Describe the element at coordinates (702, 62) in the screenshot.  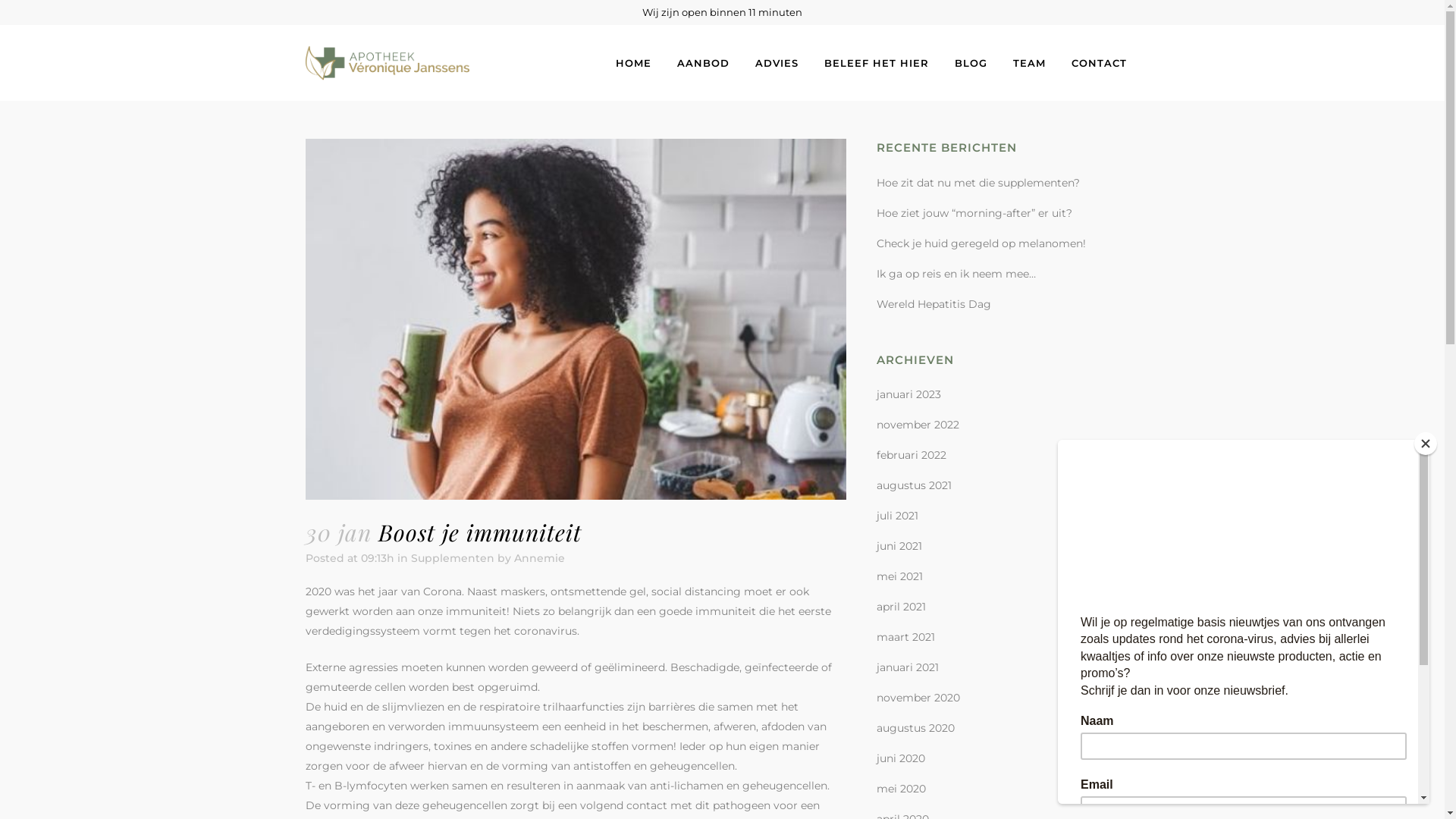
I see `'AANBOD'` at that location.